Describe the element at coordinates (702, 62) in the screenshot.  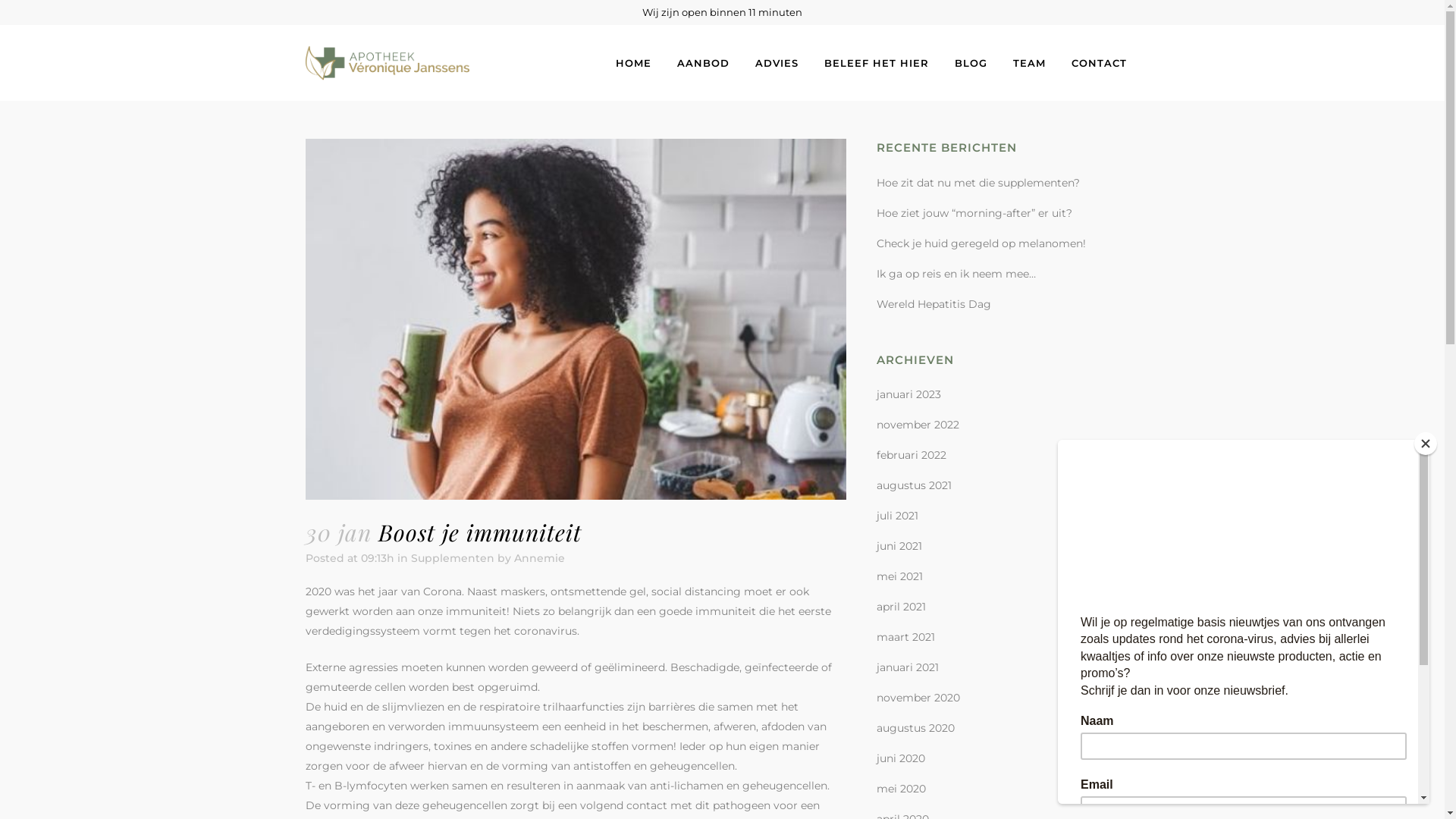
I see `'AANBOD'` at that location.